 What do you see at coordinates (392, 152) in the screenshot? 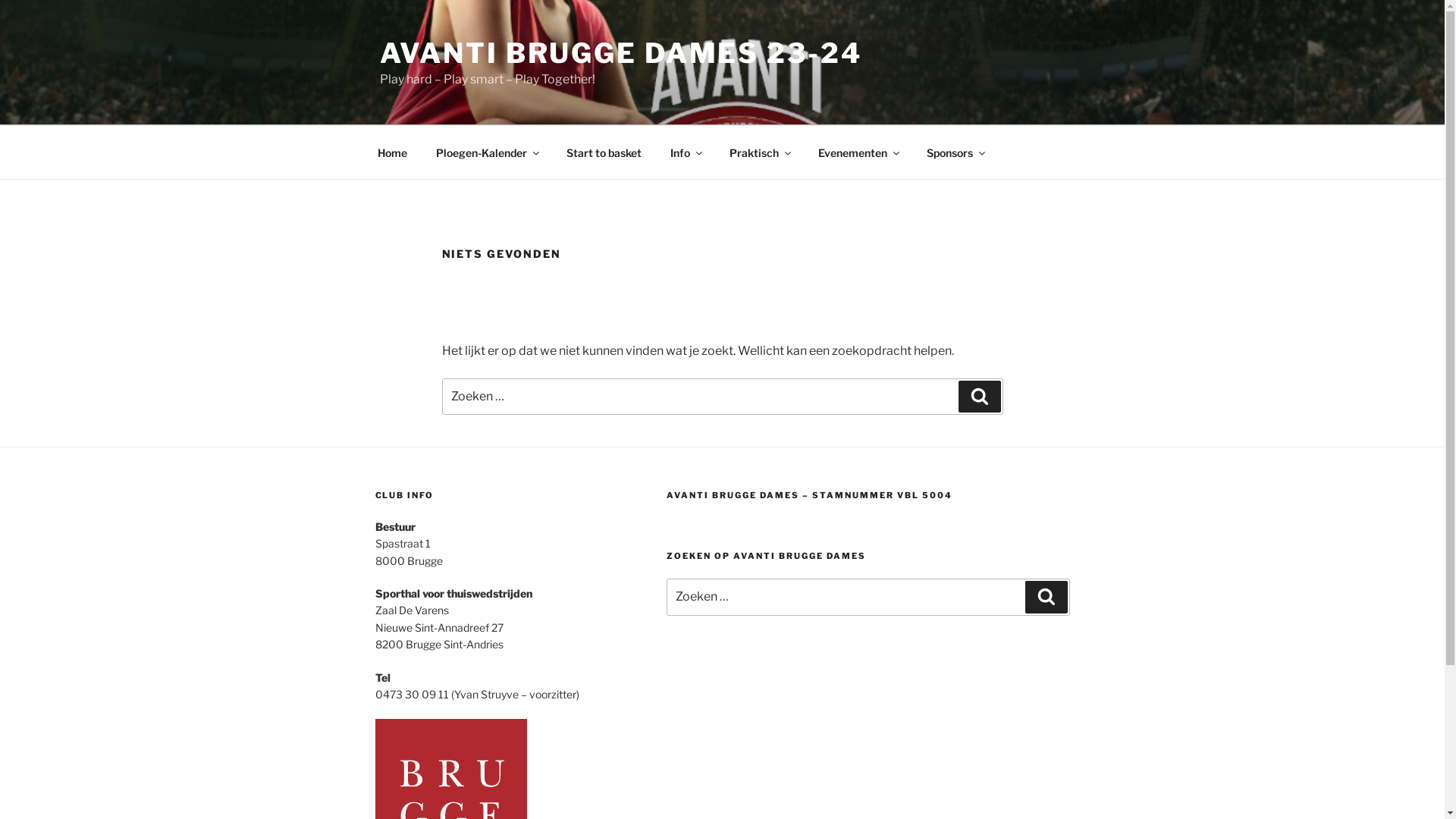
I see `'Home'` at bounding box center [392, 152].